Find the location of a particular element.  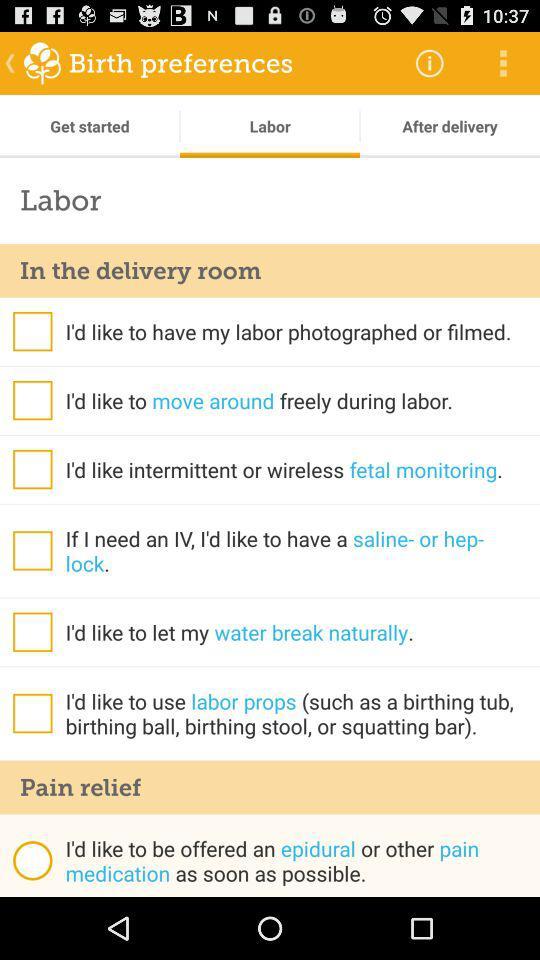

the get started icon is located at coordinates (89, 125).